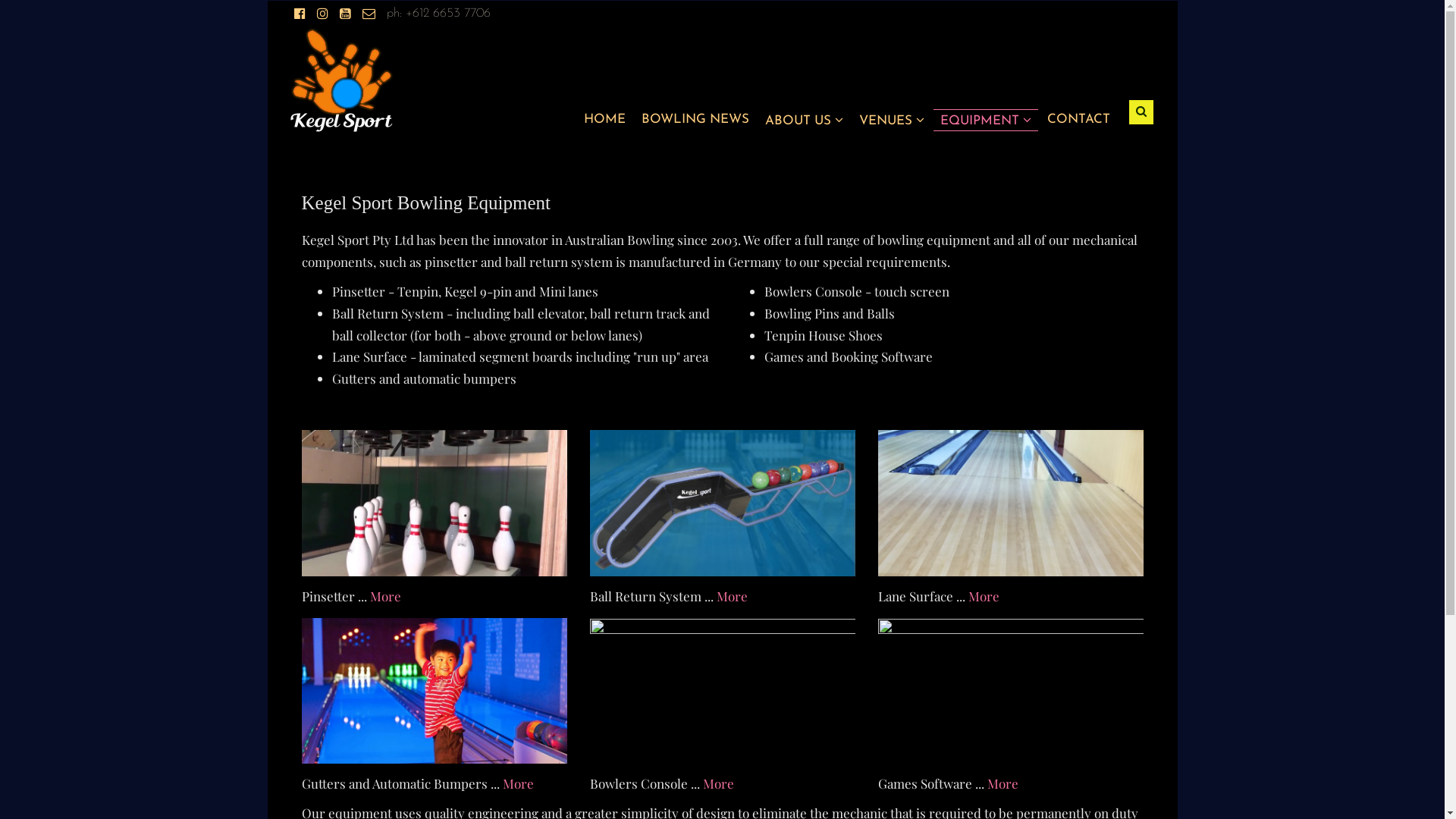 The width and height of the screenshot is (1456, 819). I want to click on 'Automatic Bumpers', so click(433, 691).